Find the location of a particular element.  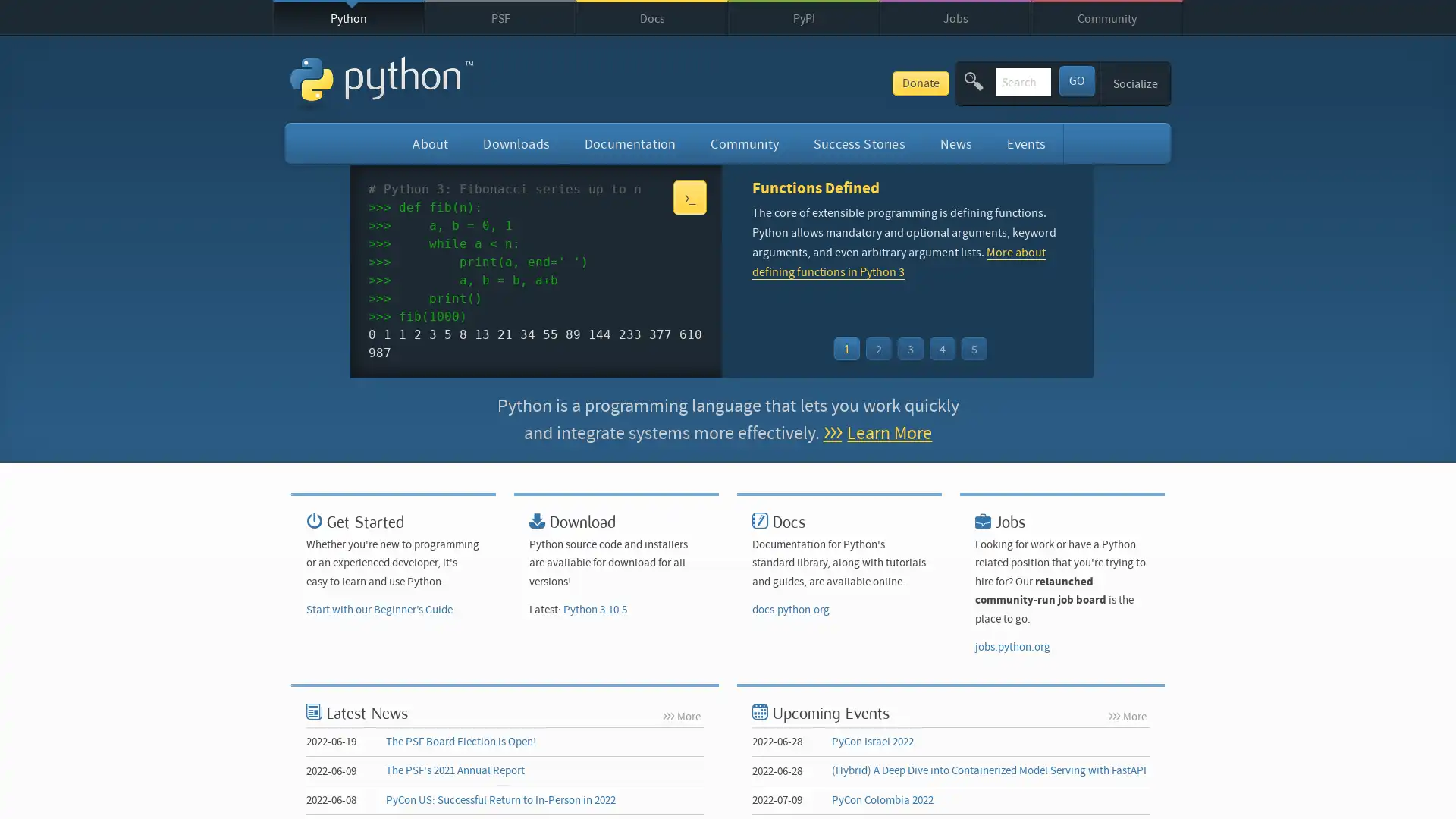

GO is located at coordinates (1075, 80).